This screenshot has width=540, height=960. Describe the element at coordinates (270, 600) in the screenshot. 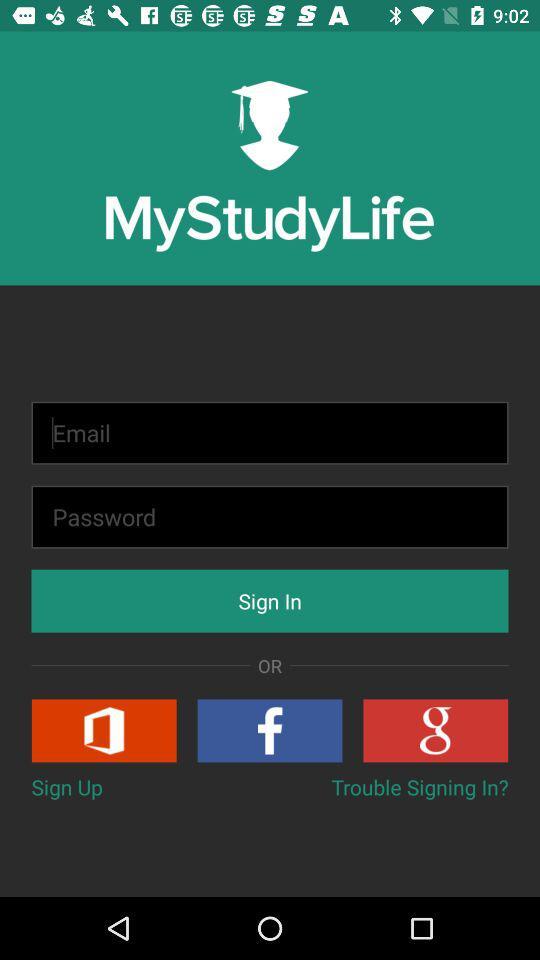

I see `the sign in button` at that location.